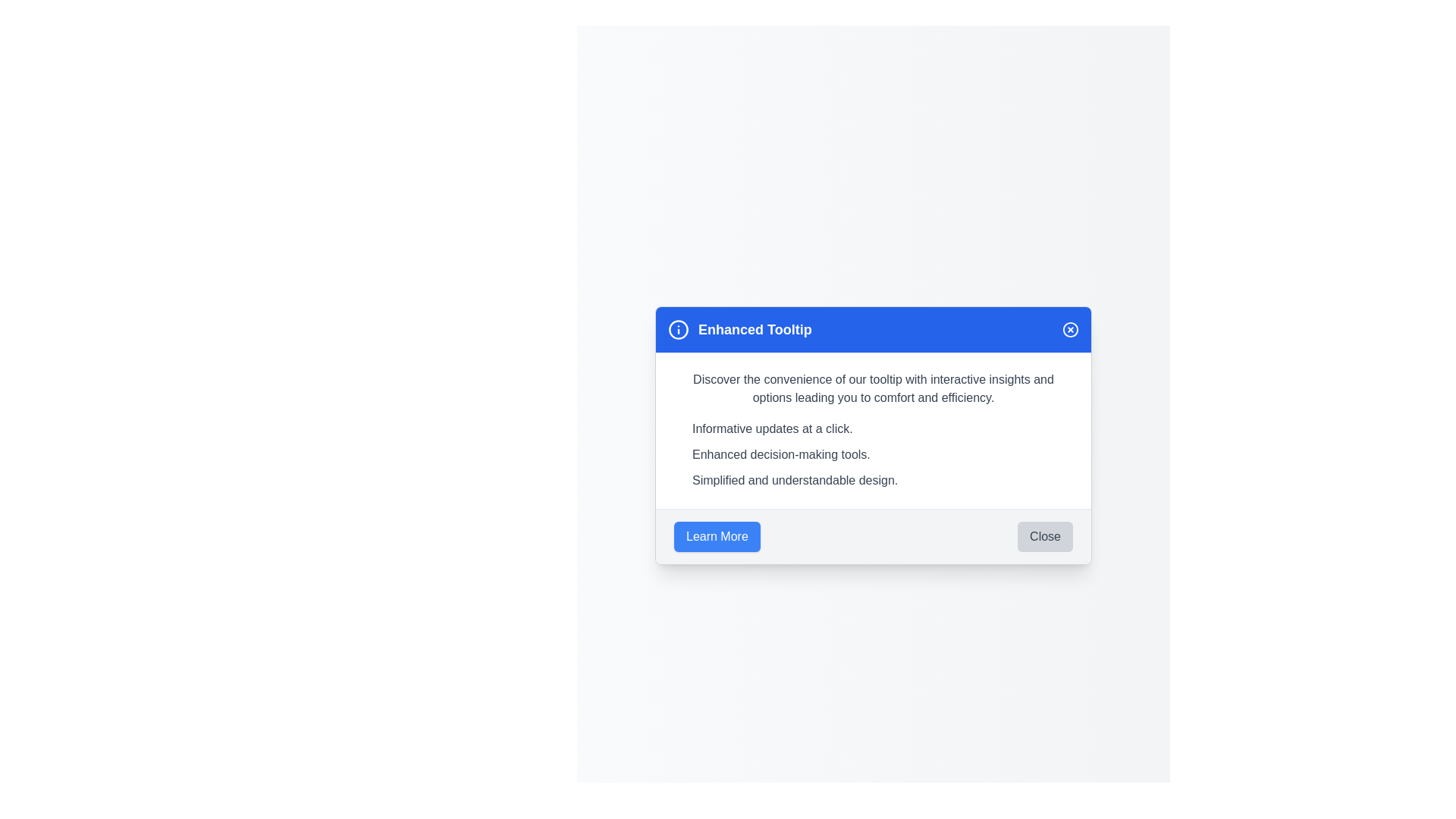  What do you see at coordinates (677, 328) in the screenshot?
I see `the SVG Circle Graphic that symbolizes 'information', located to the left of the 'Enhanced Tooltip' text in the header` at bounding box center [677, 328].